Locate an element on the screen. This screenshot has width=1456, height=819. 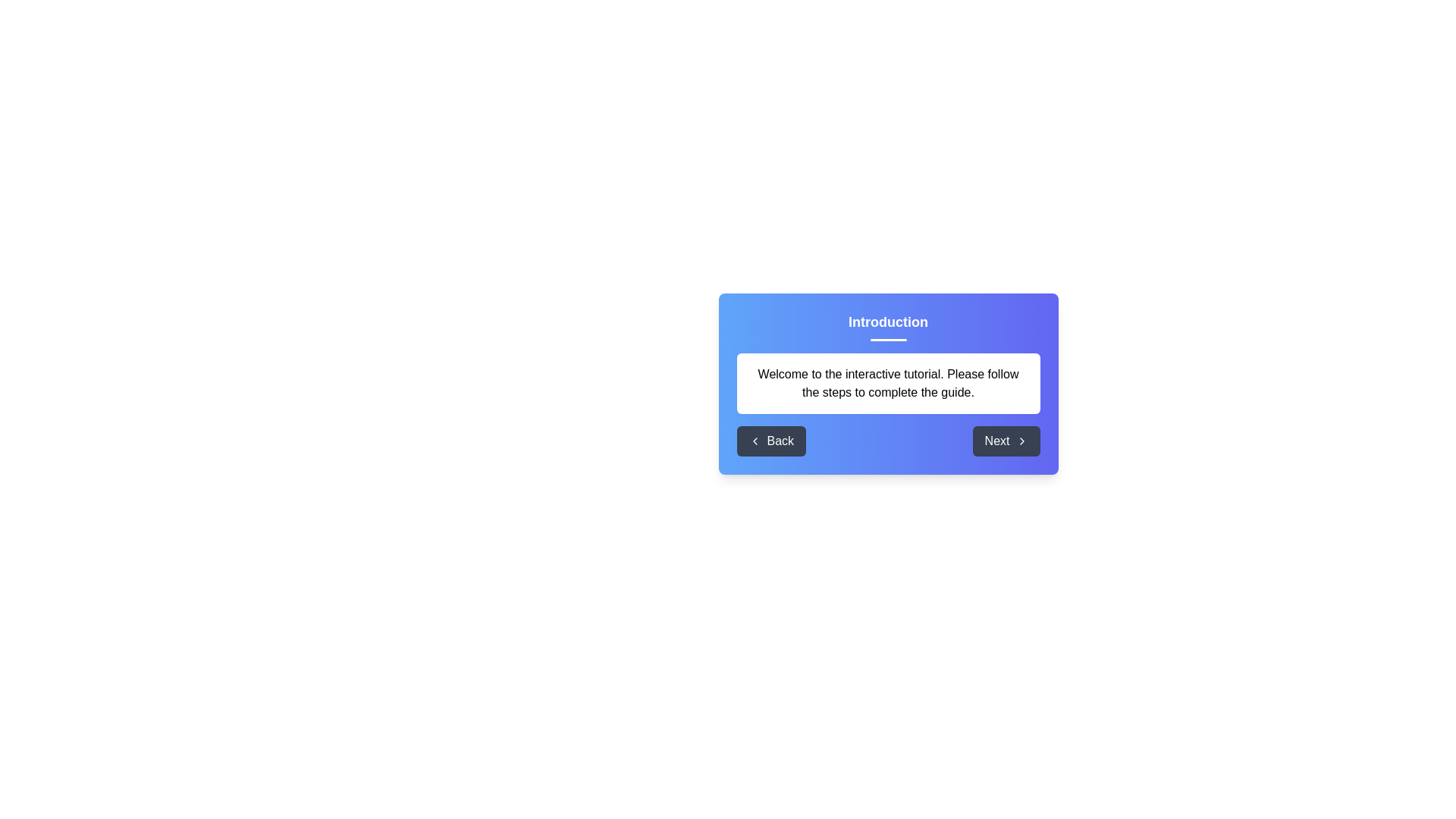
text content from the header element that displays 'Introduction', which is styled in bold and large font at the top-center of the dialog box is located at coordinates (888, 321).